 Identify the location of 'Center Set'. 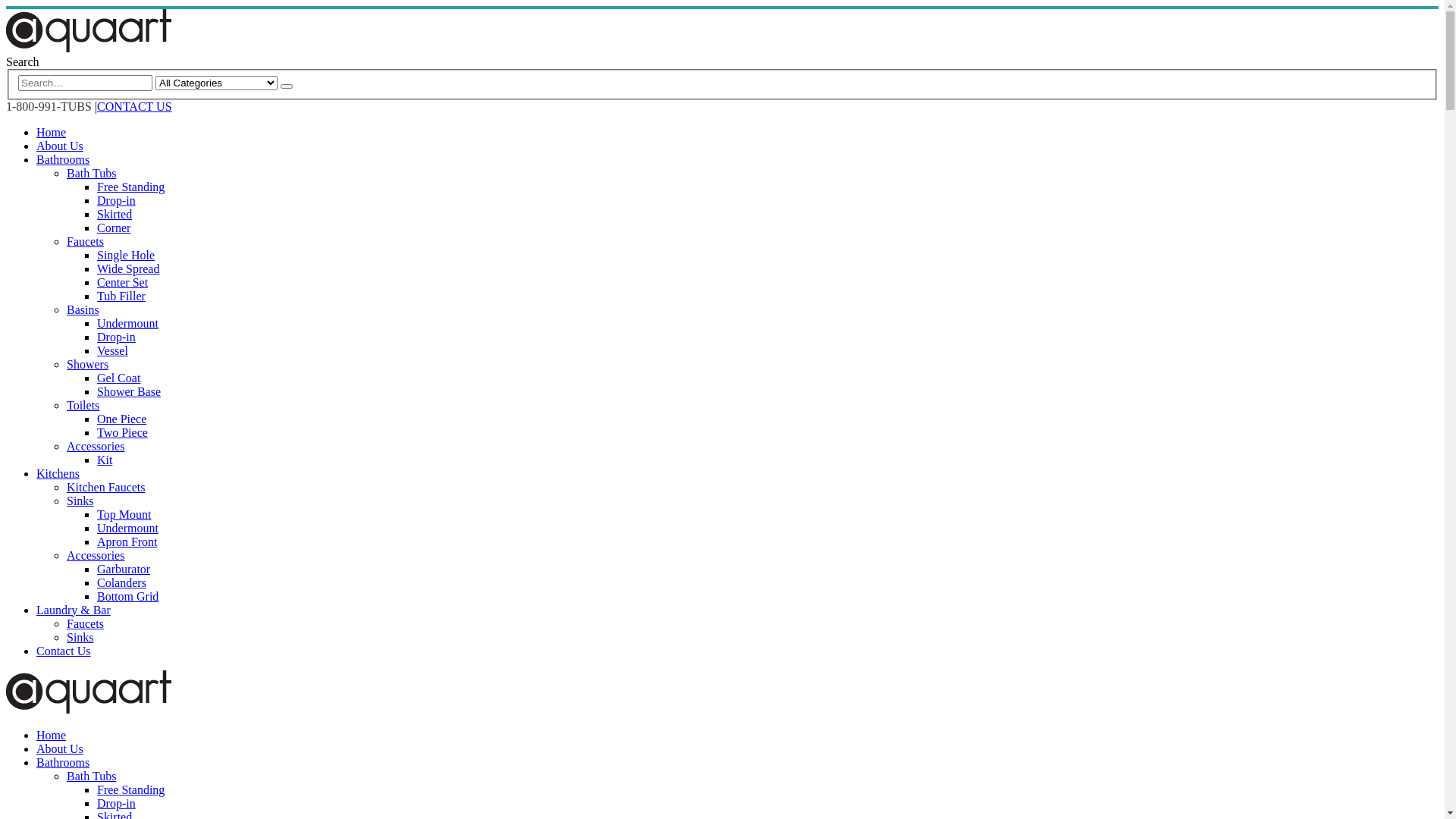
(122, 282).